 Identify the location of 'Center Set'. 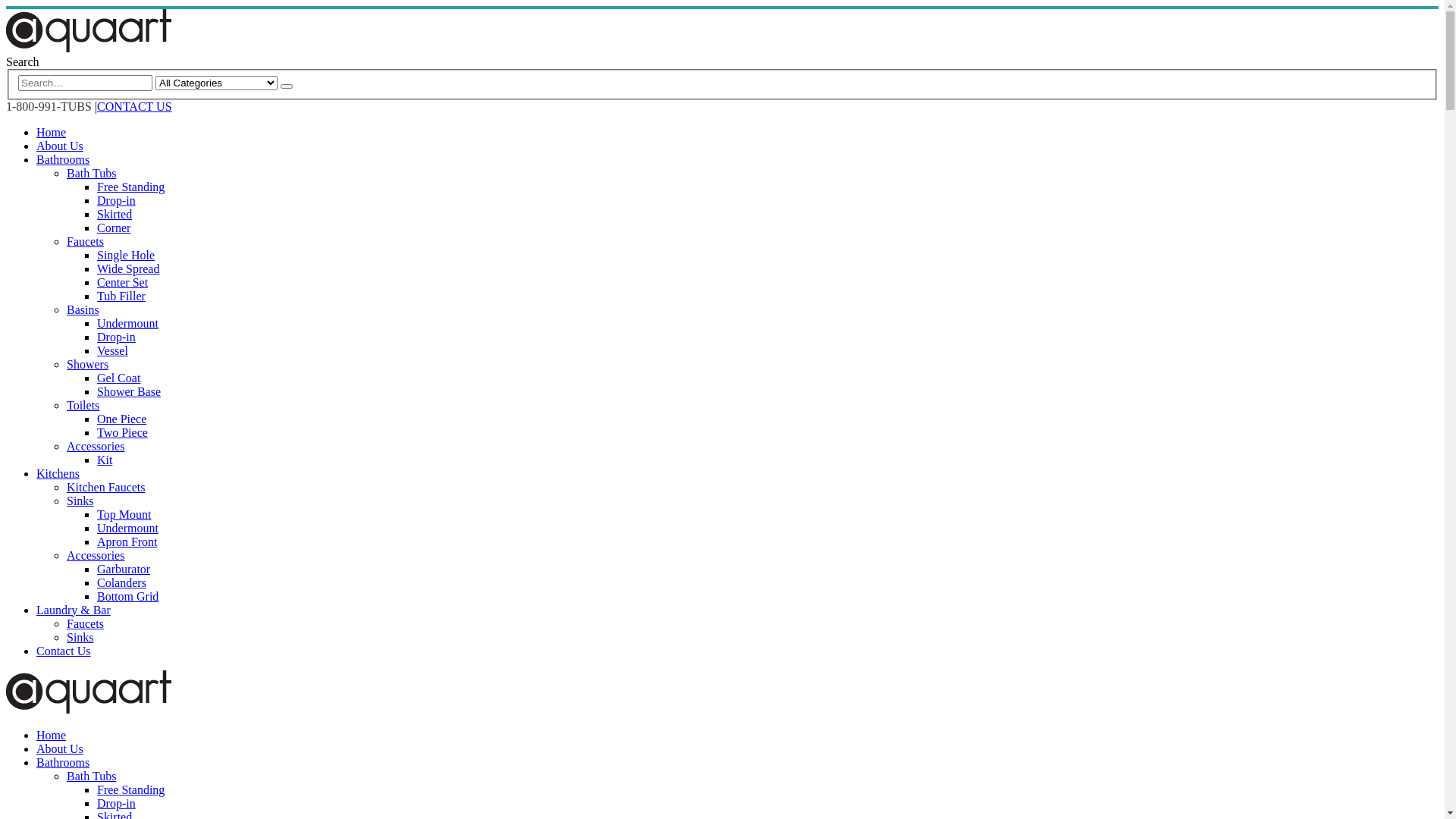
(122, 282).